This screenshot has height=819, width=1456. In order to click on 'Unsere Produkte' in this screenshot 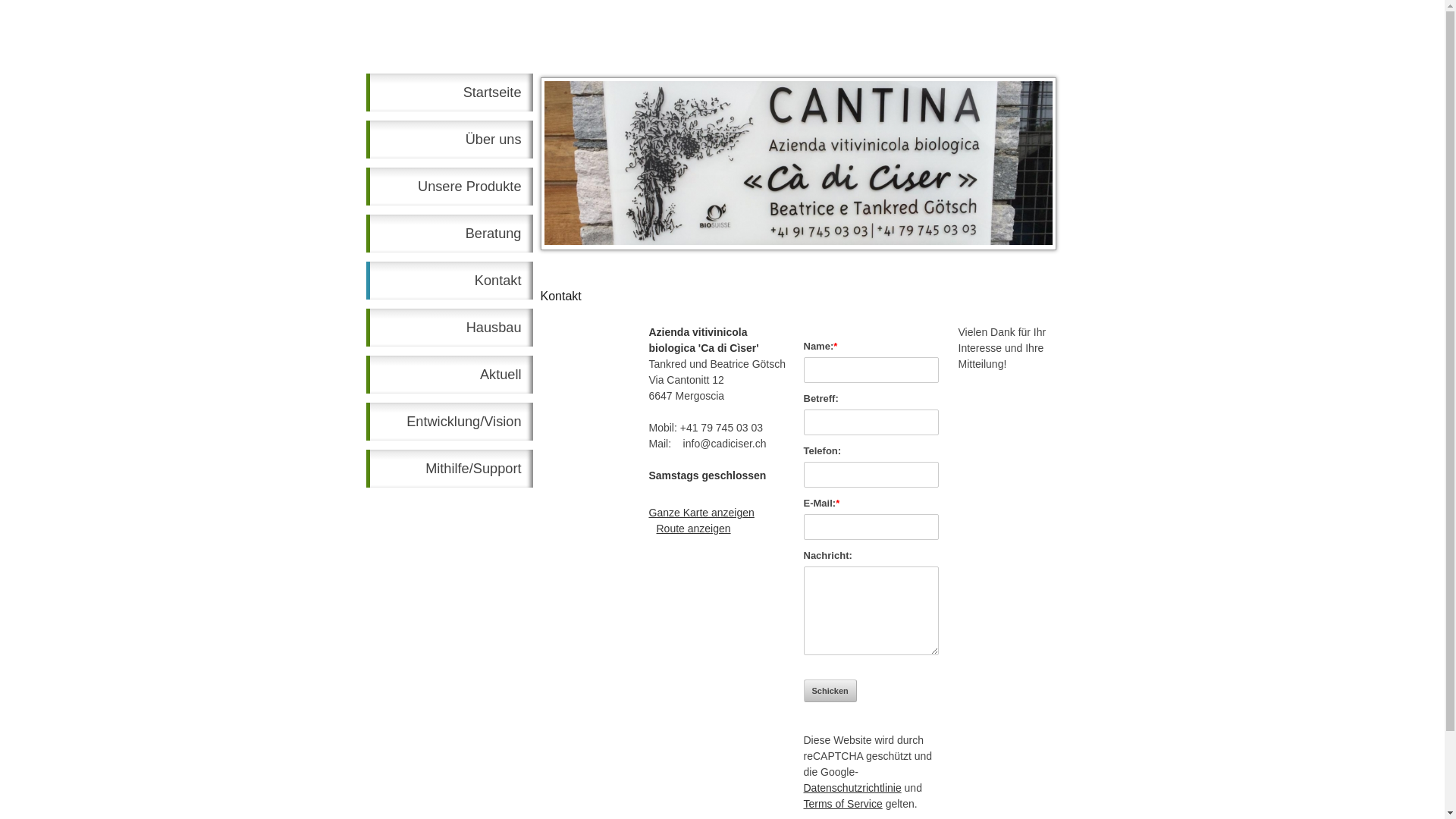, I will do `click(447, 186)`.